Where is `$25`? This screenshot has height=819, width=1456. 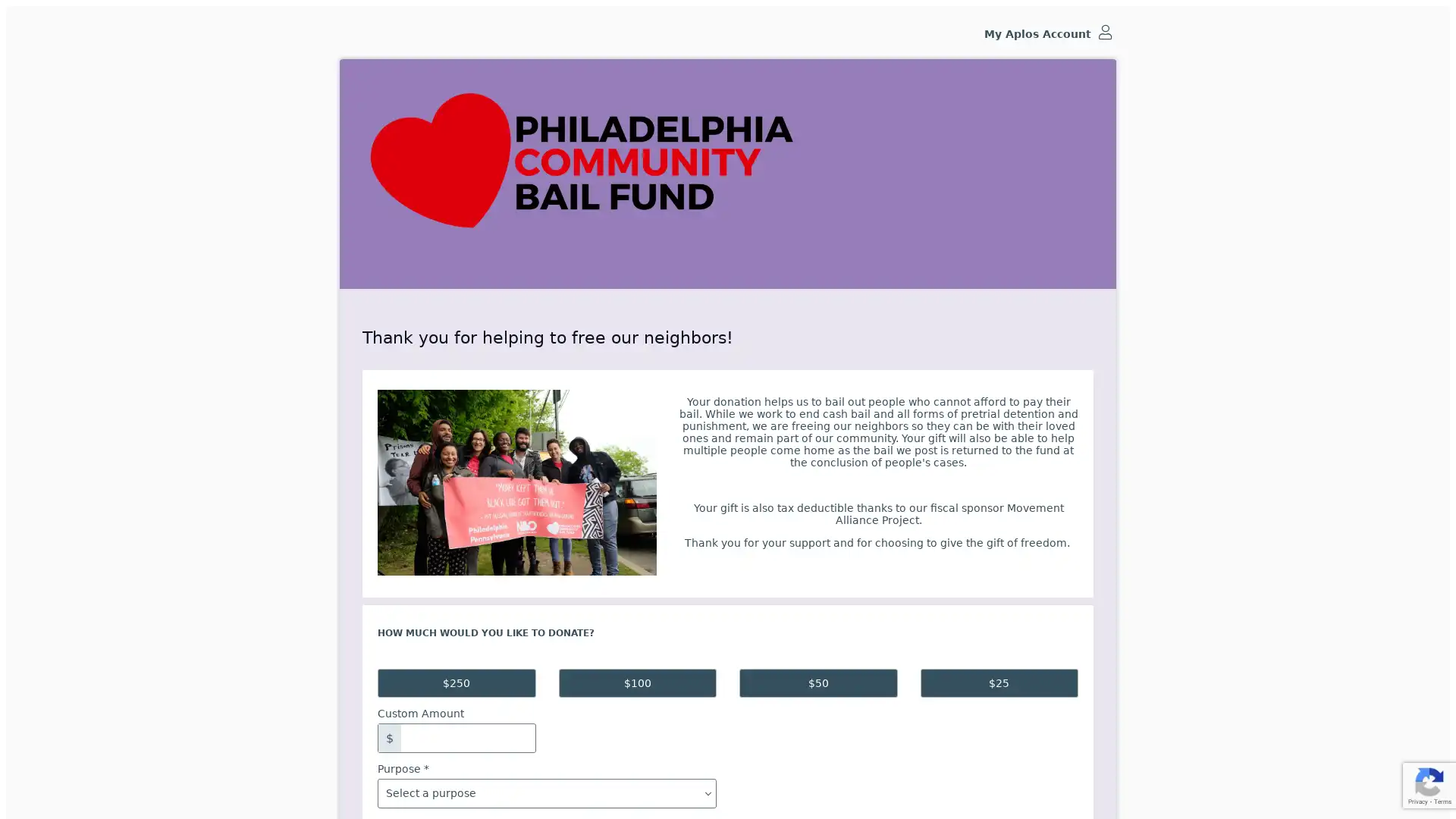
$25 is located at coordinates (999, 683).